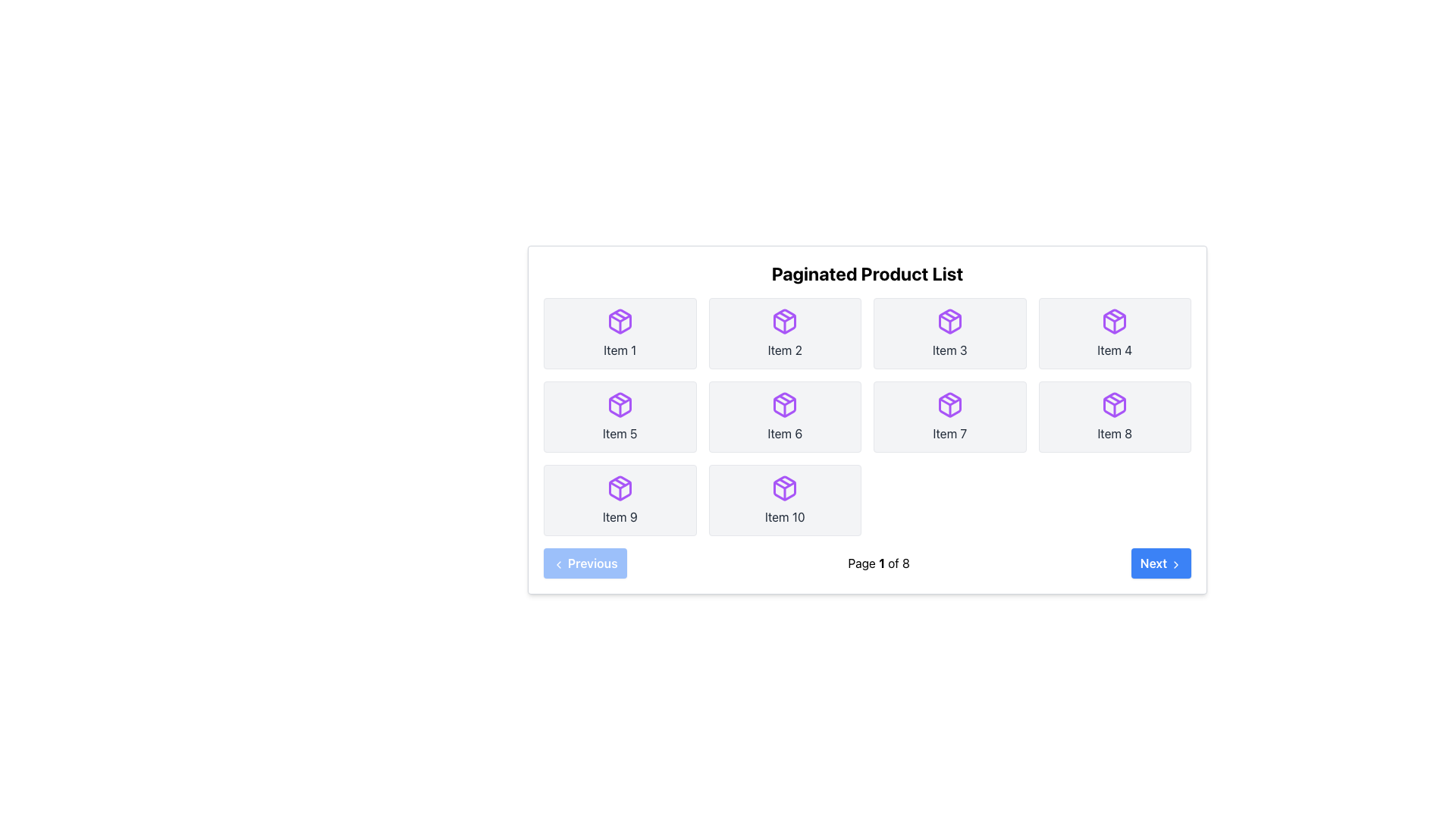 The image size is (1456, 819). Describe the element at coordinates (584, 563) in the screenshot. I see `the 'Previous Page' button located in the bottom-left corner of the paginated product list interface` at that location.